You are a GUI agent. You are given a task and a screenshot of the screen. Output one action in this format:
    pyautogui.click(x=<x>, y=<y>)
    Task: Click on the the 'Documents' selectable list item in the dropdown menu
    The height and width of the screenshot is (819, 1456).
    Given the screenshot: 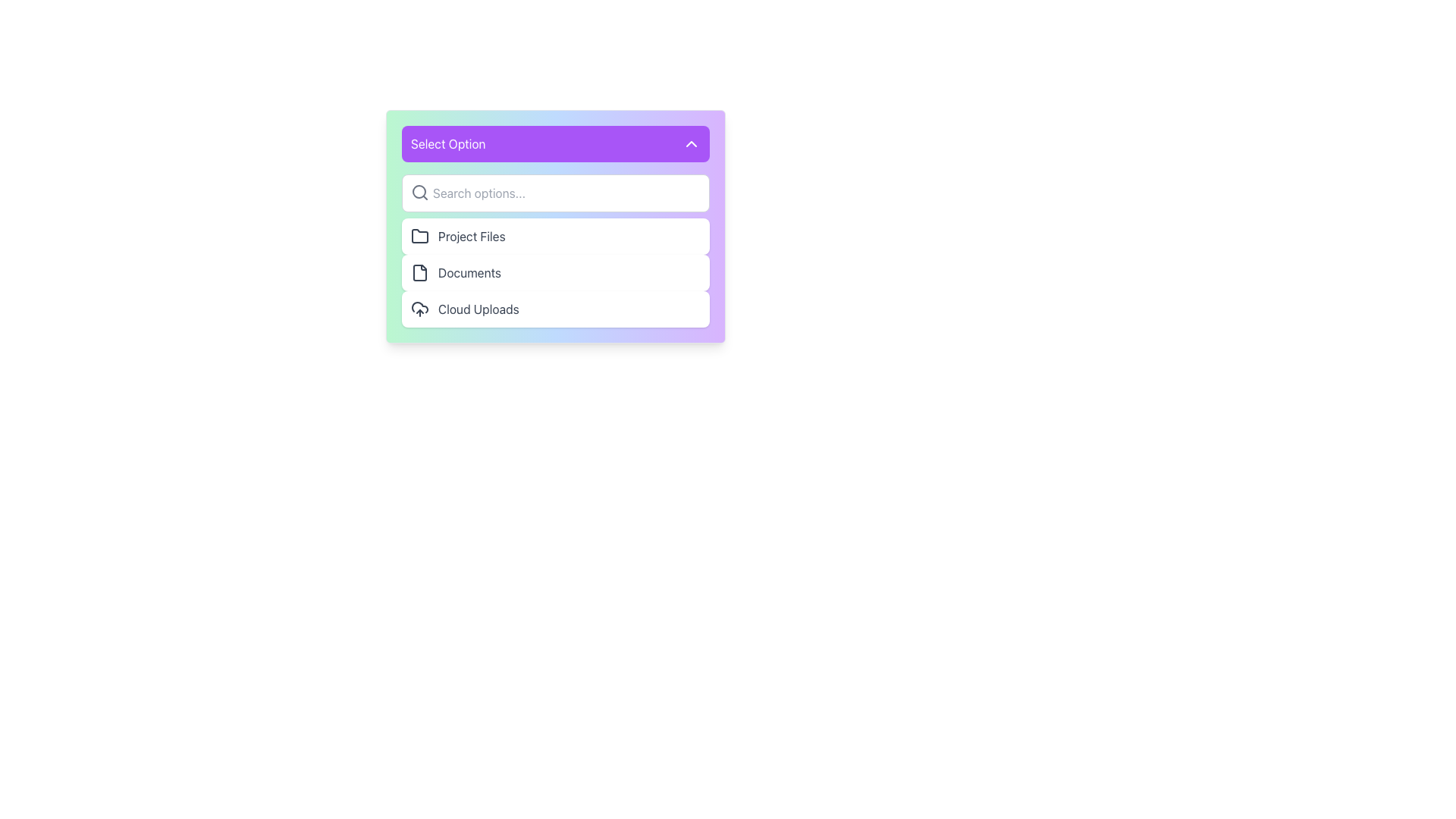 What is the action you would take?
    pyautogui.click(x=555, y=271)
    